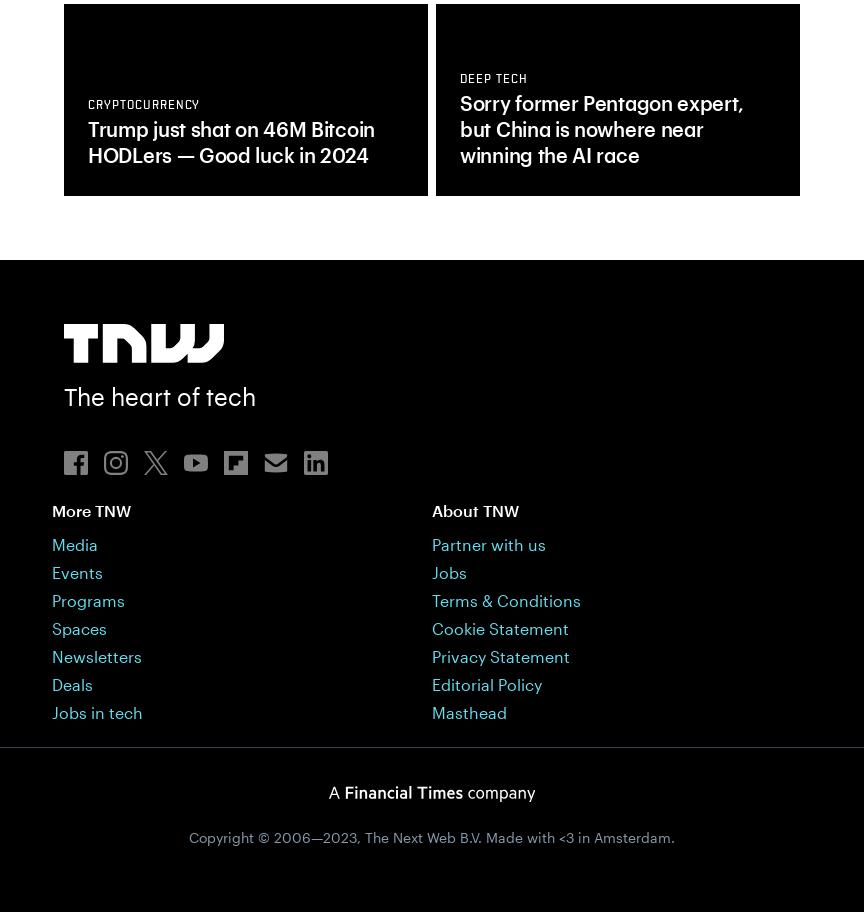  Describe the element at coordinates (487, 682) in the screenshot. I see `'Editorial Policy'` at that location.